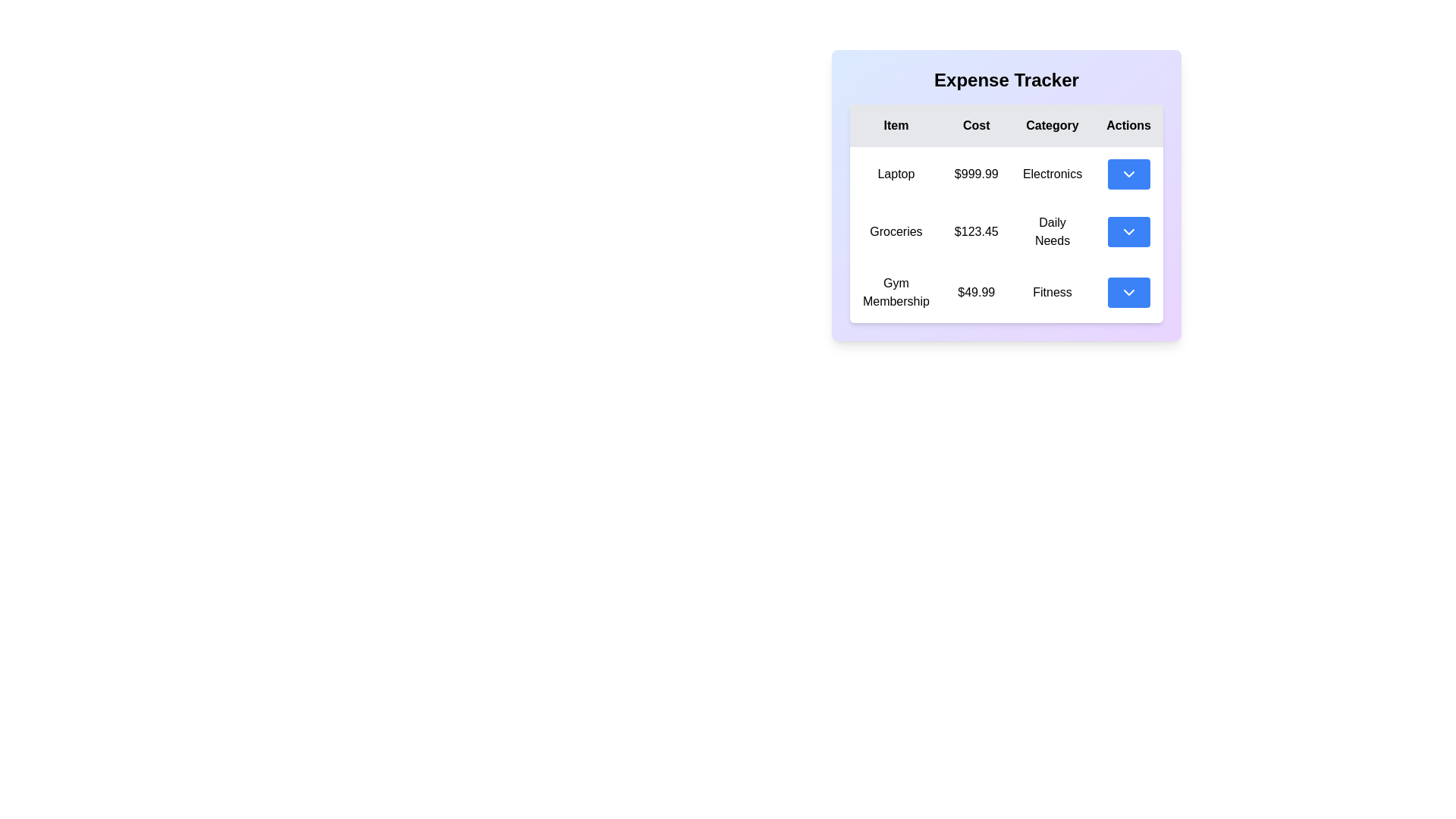 This screenshot has height=819, width=1456. I want to click on the text label displaying 'Category', which is styled in bold black font on a light gray background and positioned between 'Cost' and 'Actions' in a row of headers, so click(1051, 124).